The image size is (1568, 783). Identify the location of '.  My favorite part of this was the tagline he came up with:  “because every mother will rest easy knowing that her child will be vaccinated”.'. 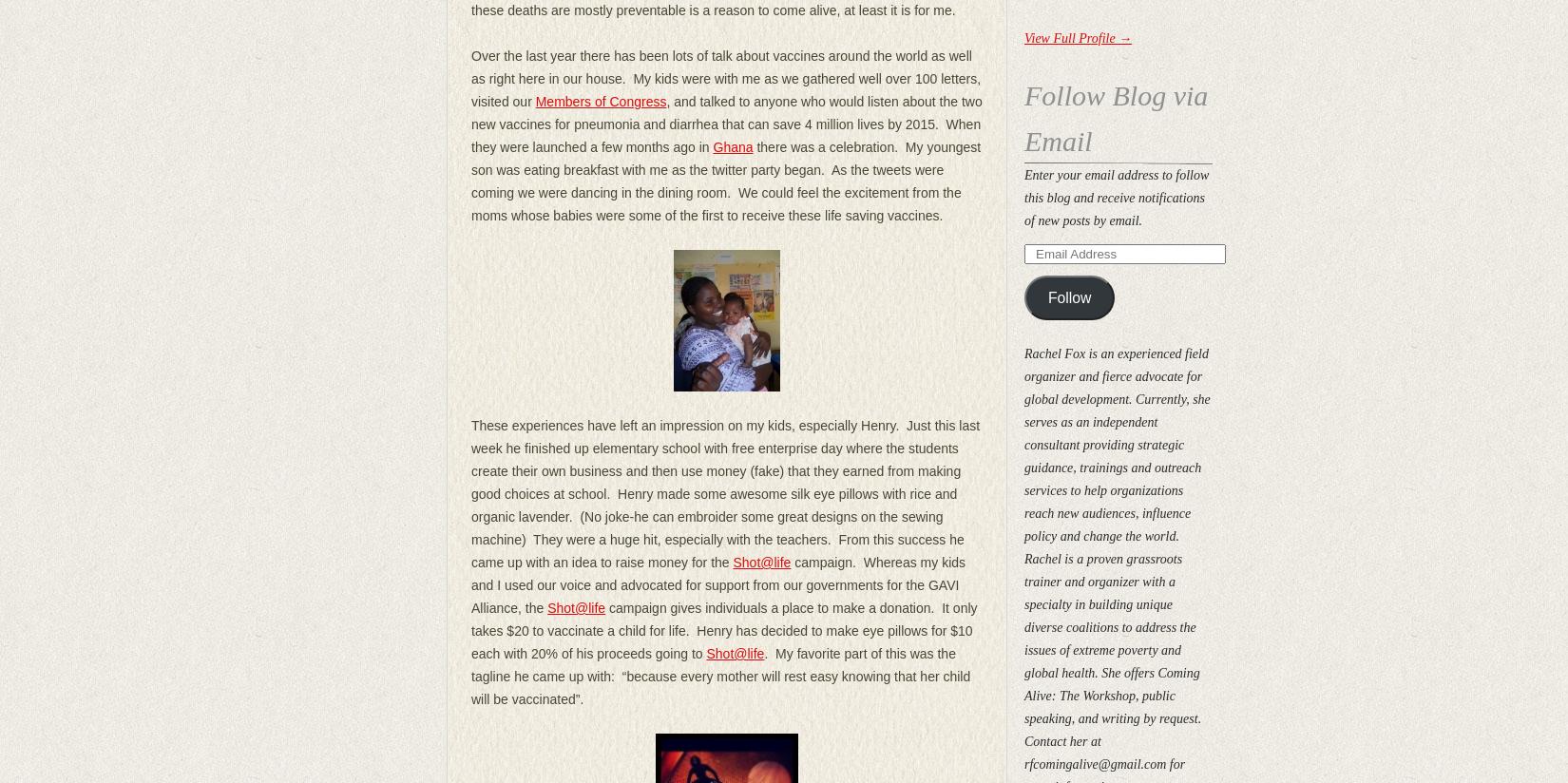
(719, 676).